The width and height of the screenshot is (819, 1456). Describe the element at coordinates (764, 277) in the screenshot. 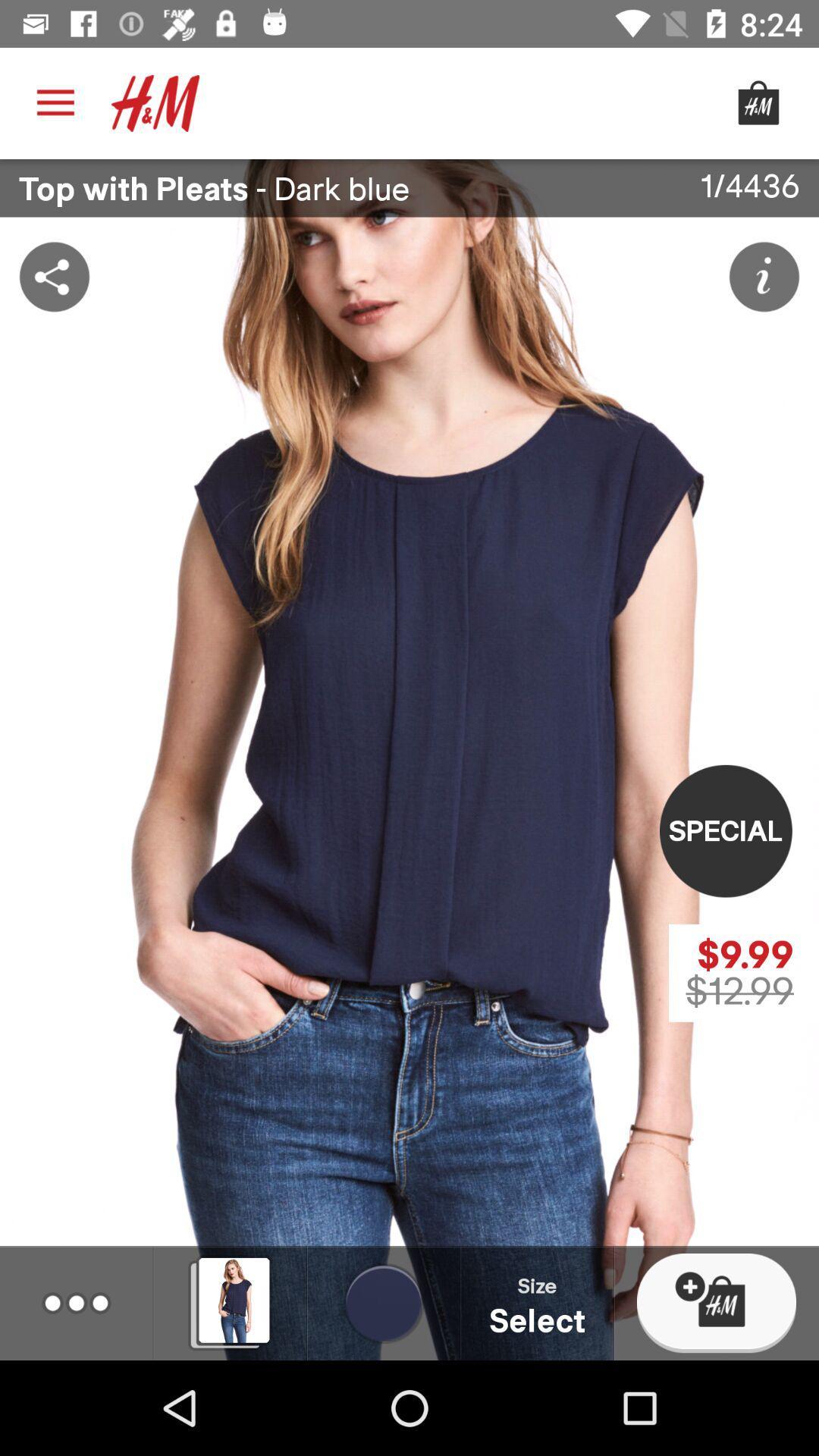

I see `the info icon` at that location.